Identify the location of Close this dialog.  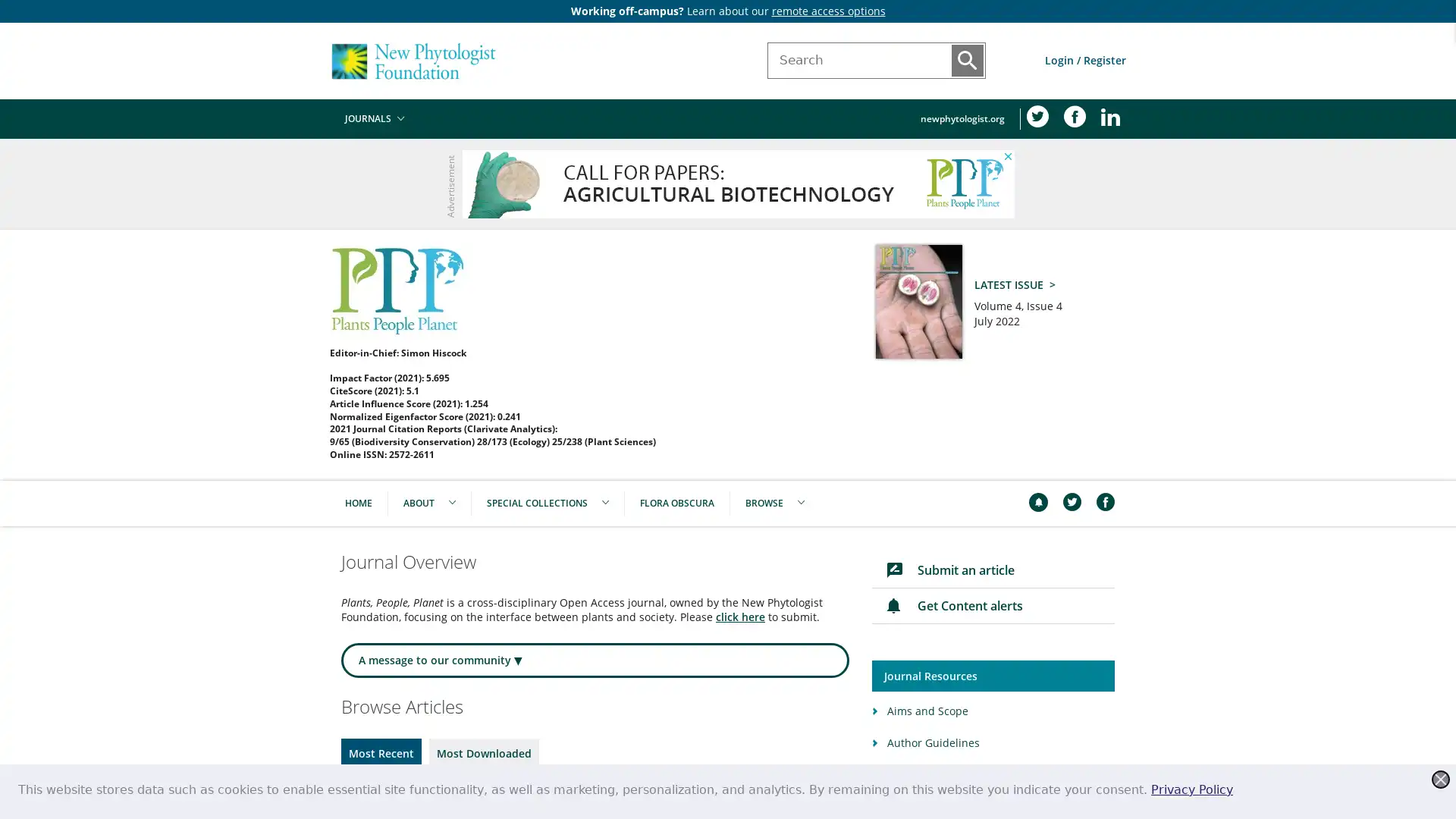
(1440, 780).